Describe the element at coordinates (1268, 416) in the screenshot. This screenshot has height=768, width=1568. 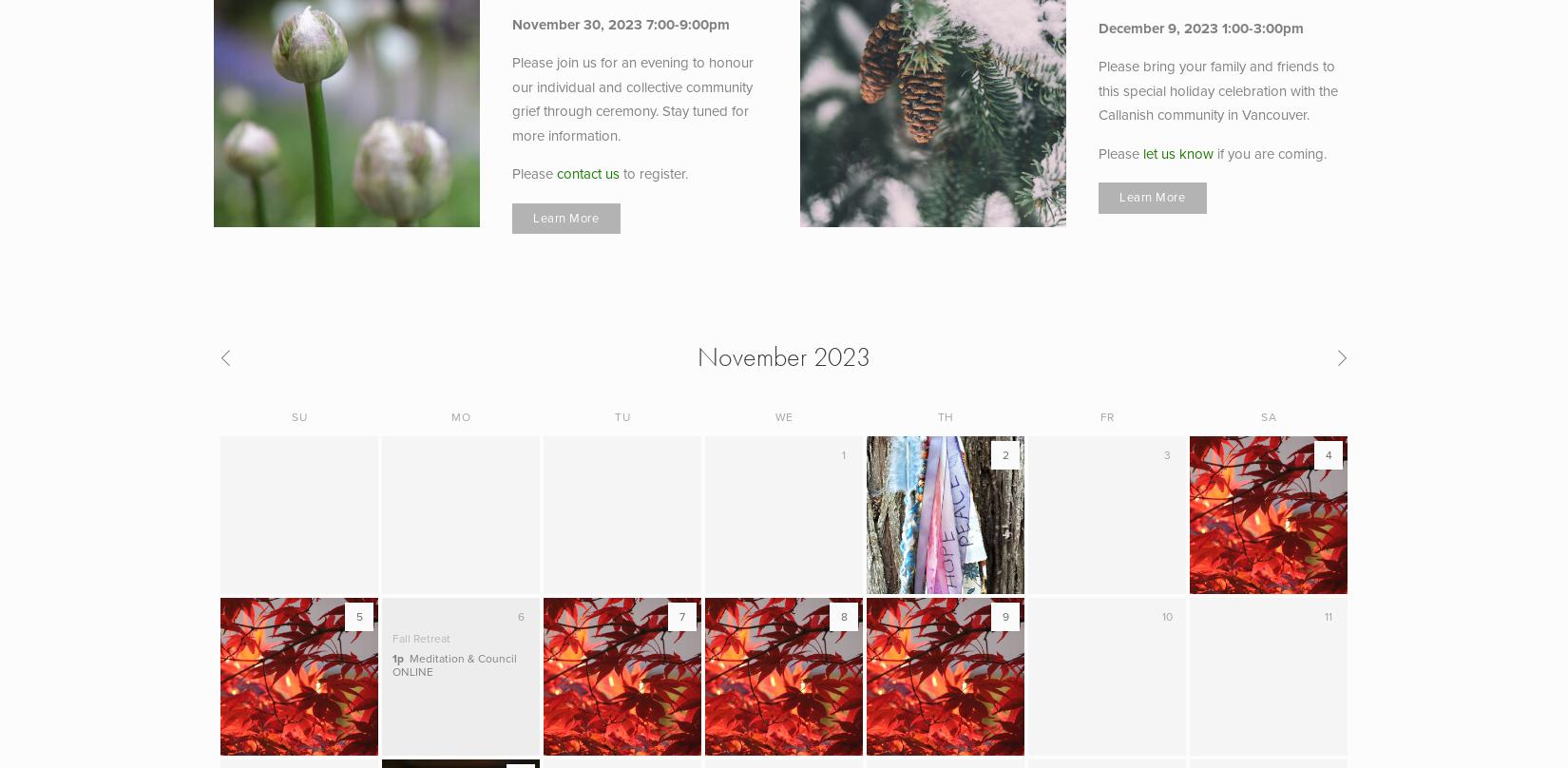
I see `'Sa'` at that location.